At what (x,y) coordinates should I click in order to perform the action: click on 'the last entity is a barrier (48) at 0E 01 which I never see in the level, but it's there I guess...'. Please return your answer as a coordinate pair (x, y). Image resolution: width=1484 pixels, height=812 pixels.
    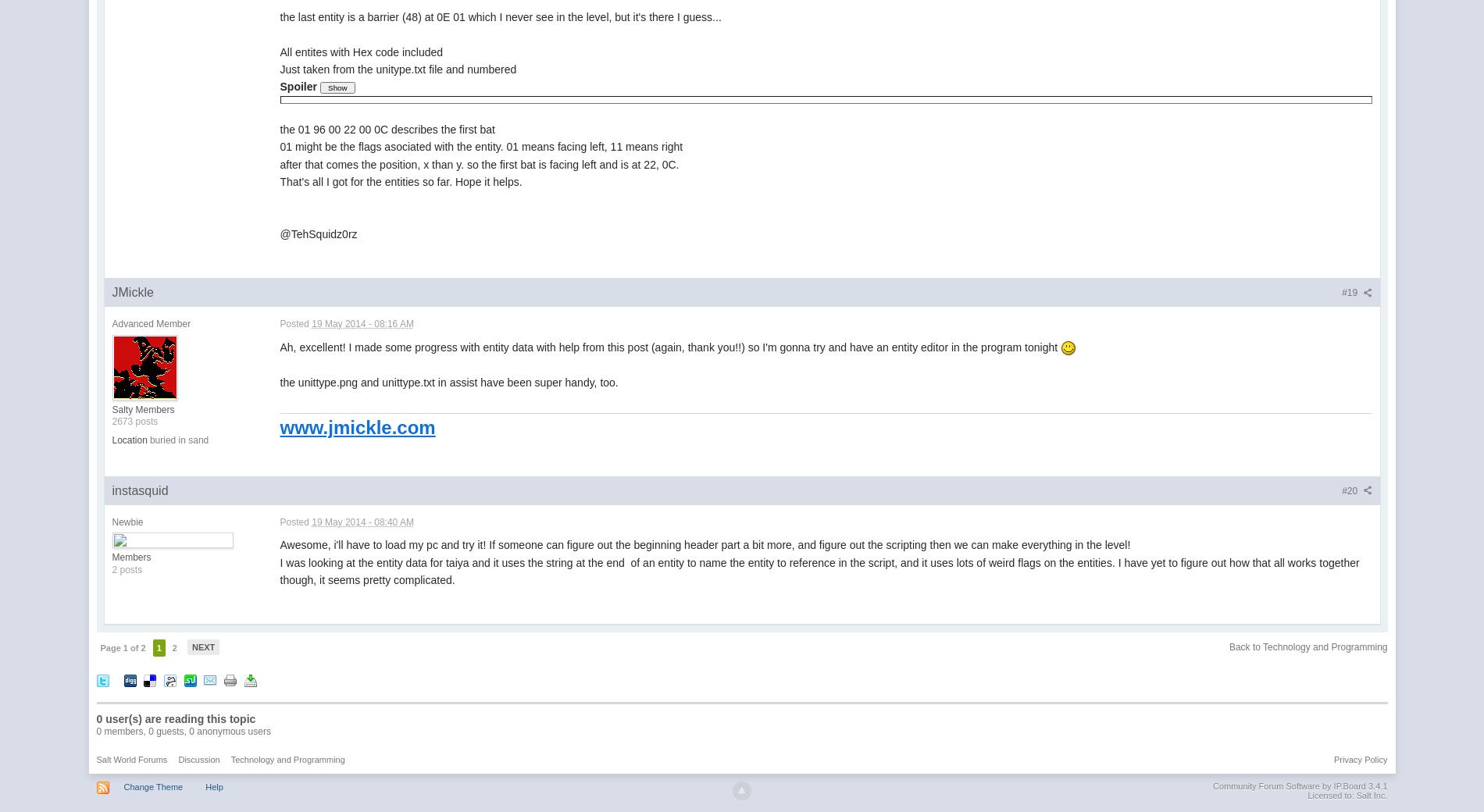
    Looking at the image, I should click on (500, 16).